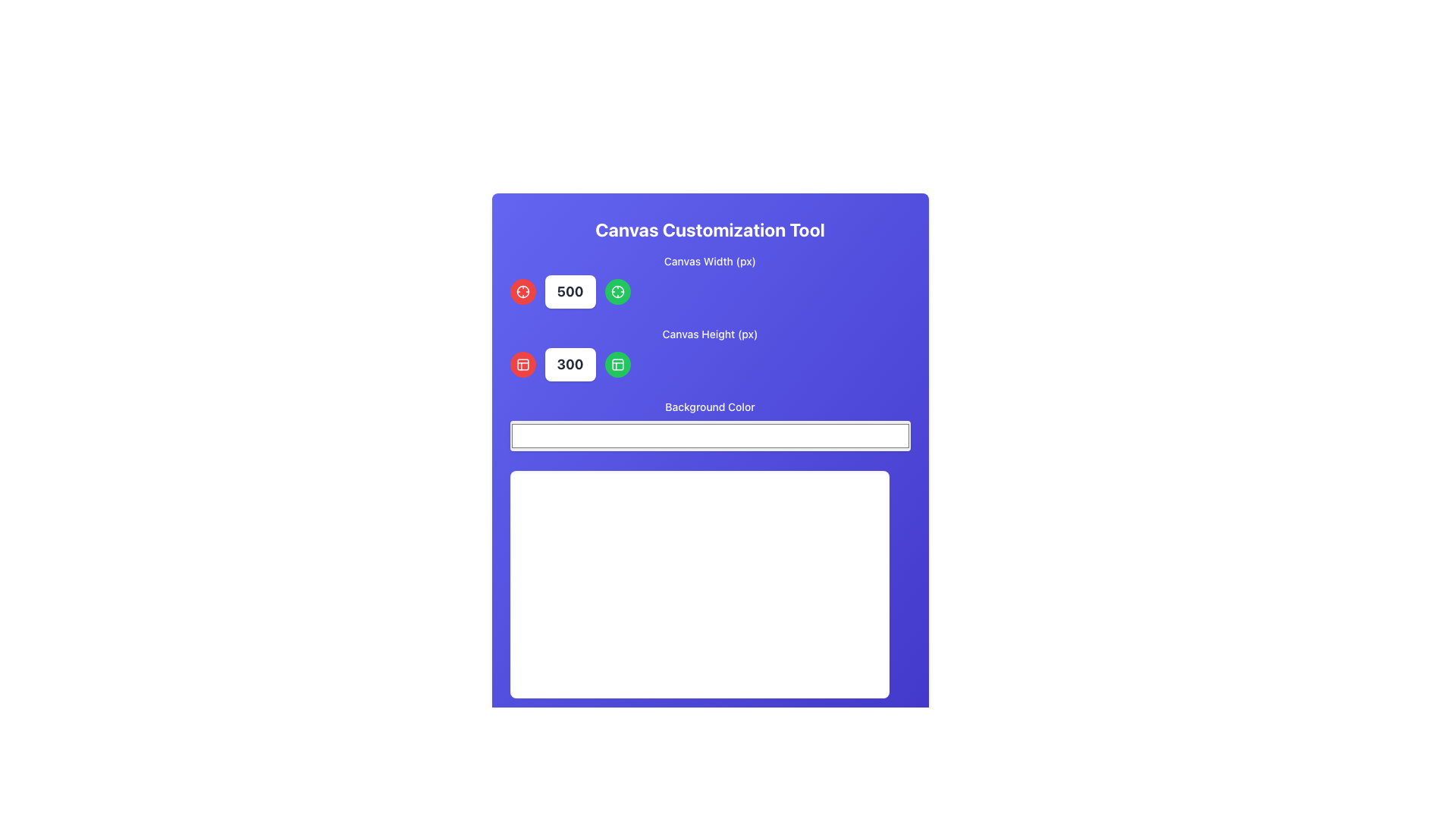 The width and height of the screenshot is (1456, 819). I want to click on the text label reading 'Background Color' located above the color input field in the 'Background Color' section of the user interface, so click(709, 406).